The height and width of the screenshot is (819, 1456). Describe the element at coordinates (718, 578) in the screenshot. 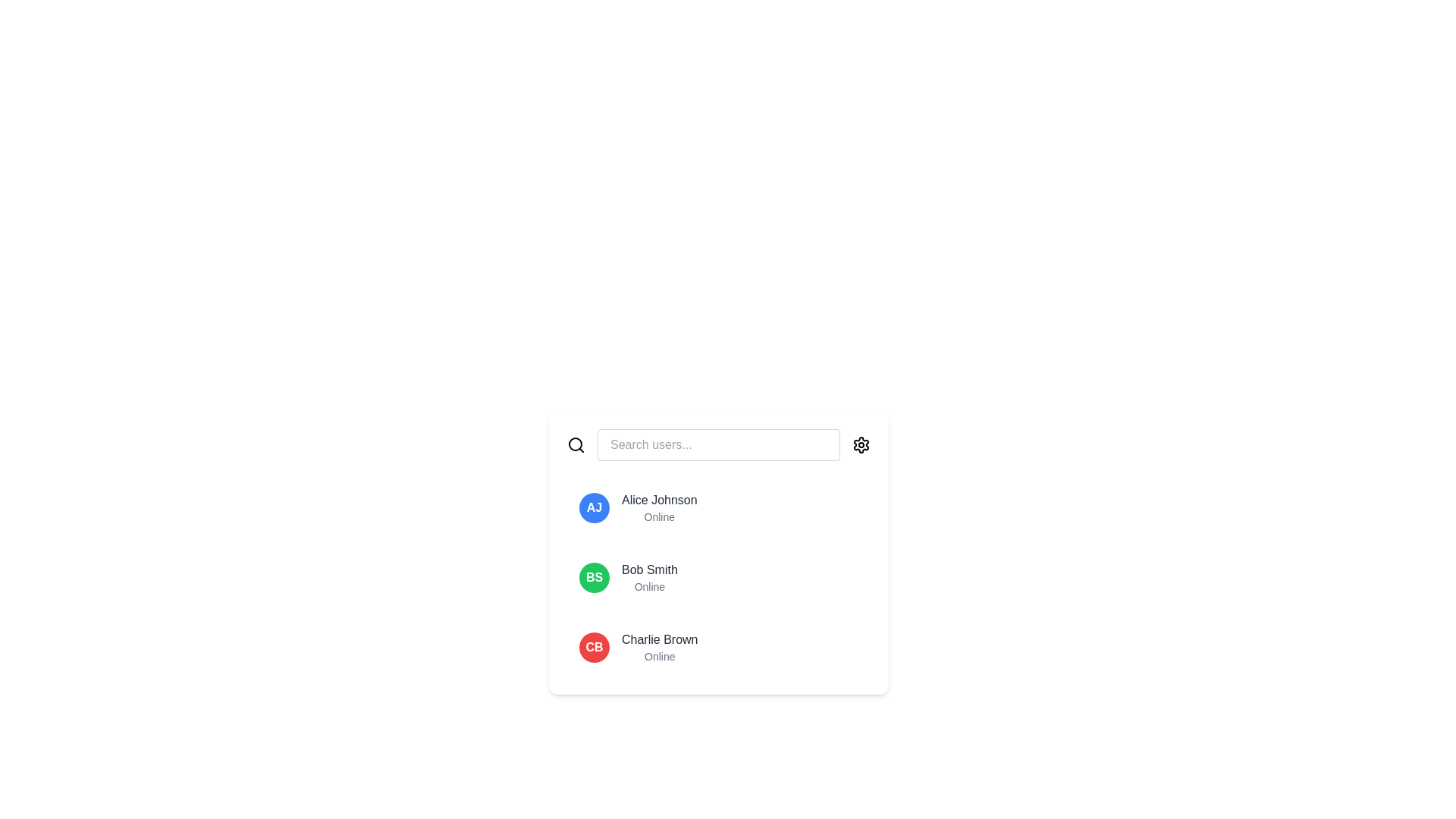

I see `the second Profile card in the list, which displays the user's initials, full name, and online status` at that location.